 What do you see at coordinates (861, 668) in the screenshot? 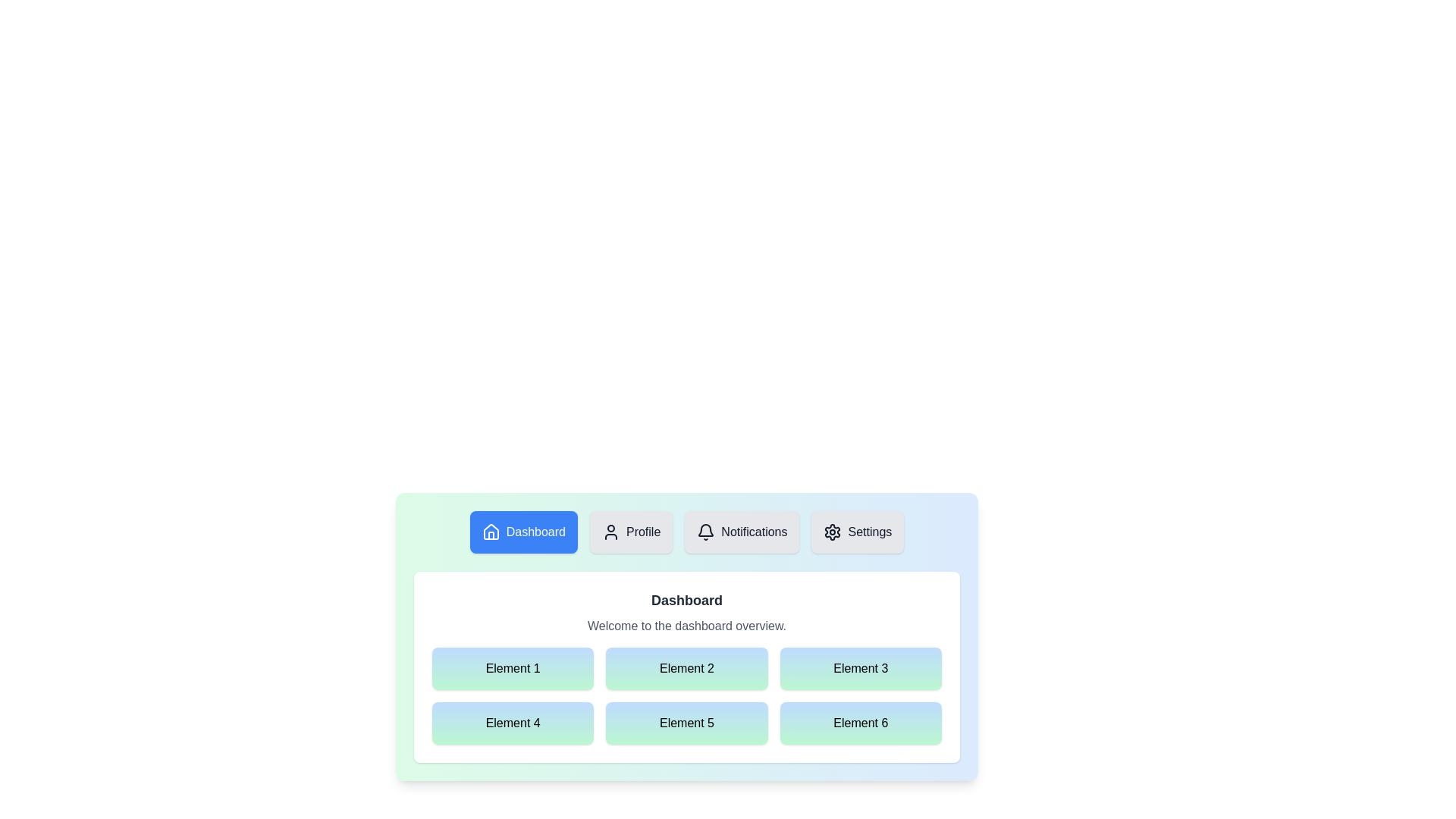
I see `the grid element labeled Element 3` at bounding box center [861, 668].